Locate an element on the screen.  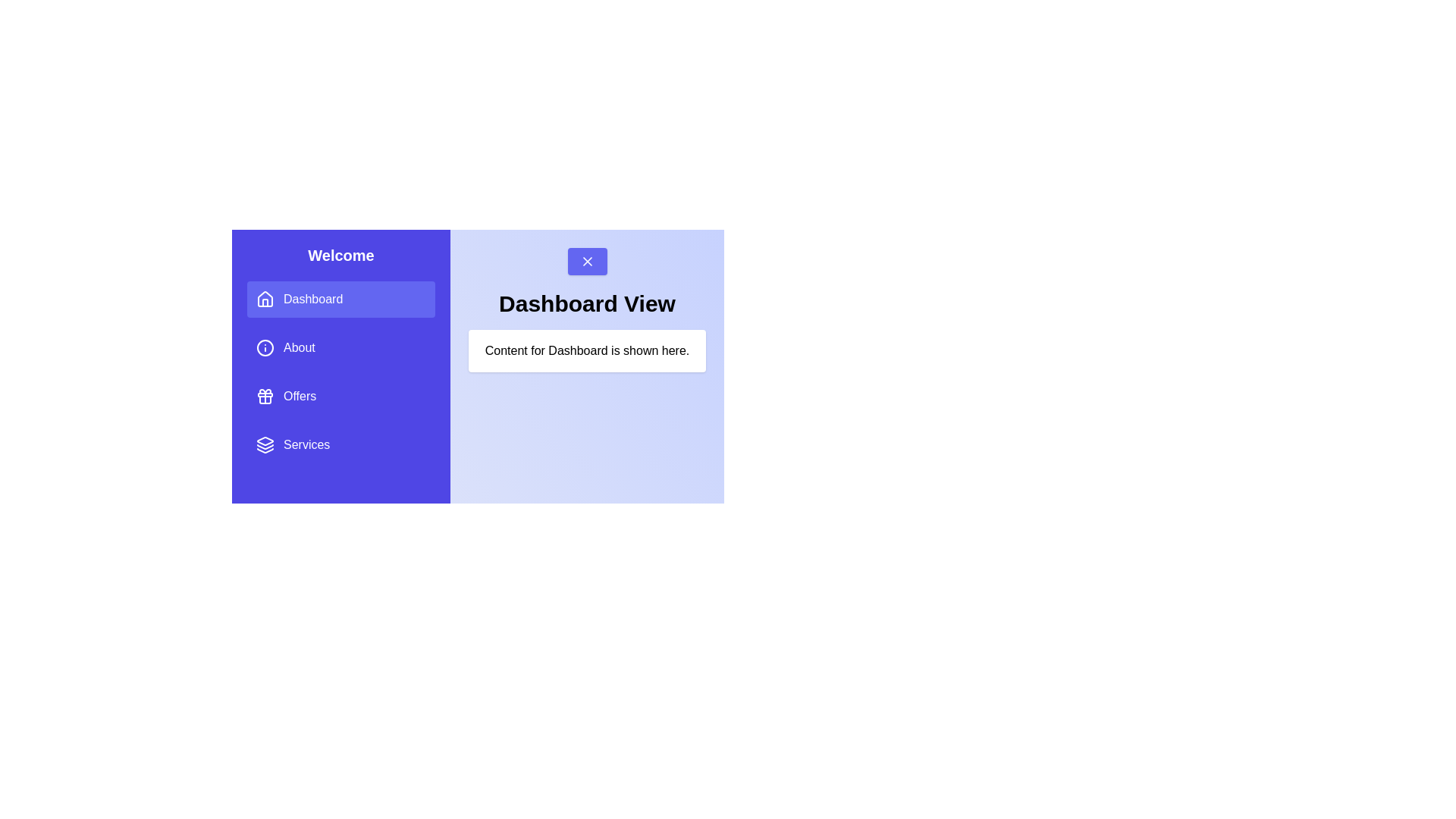
the menu item Services to observe the hover effect is located at coordinates (340, 444).